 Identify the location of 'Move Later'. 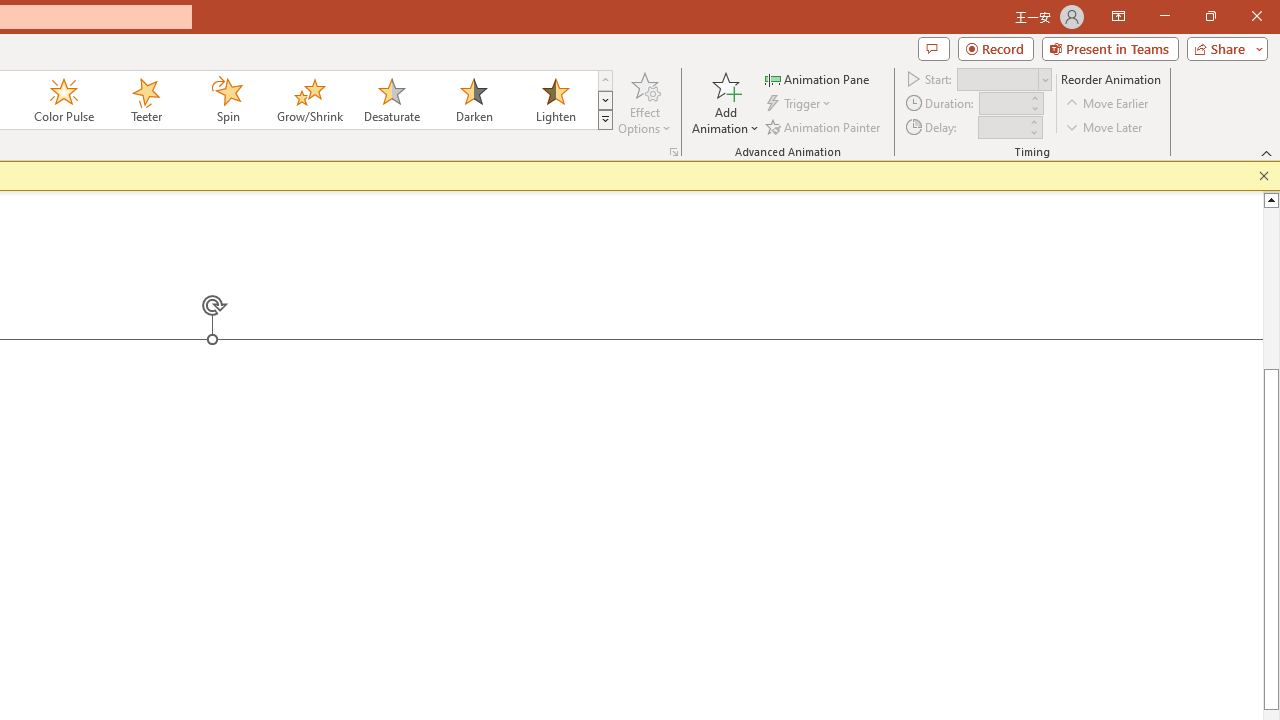
(1104, 127).